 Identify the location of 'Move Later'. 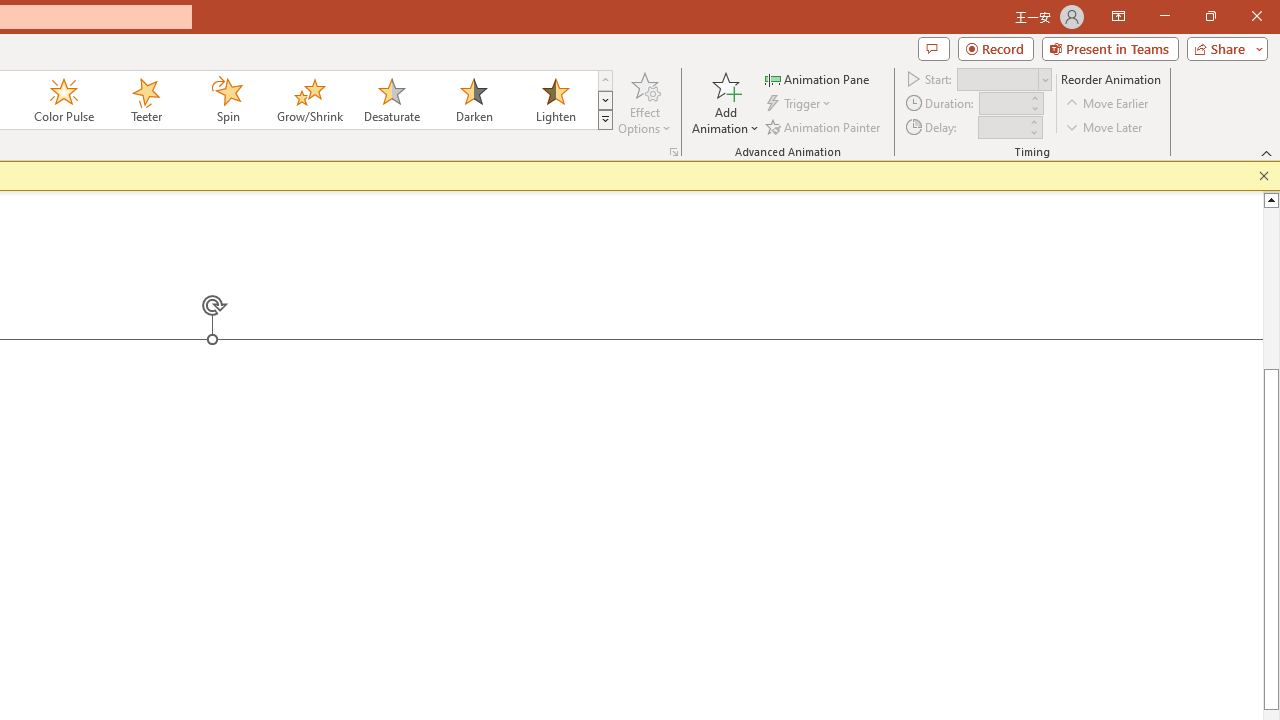
(1104, 127).